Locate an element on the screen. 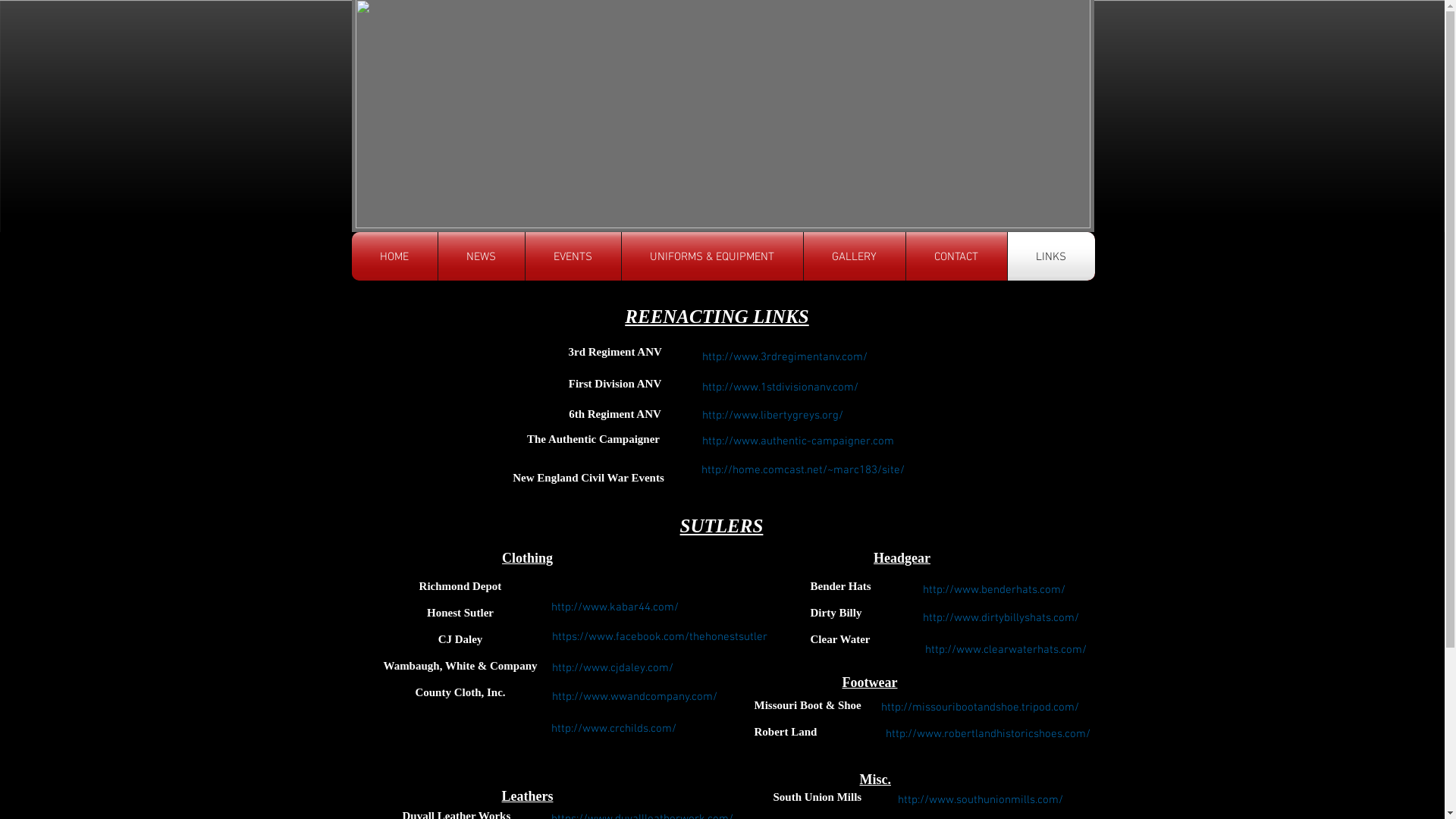 This screenshot has width=1456, height=819. 'http://www.clearwaterhats.com/' is located at coordinates (1005, 648).